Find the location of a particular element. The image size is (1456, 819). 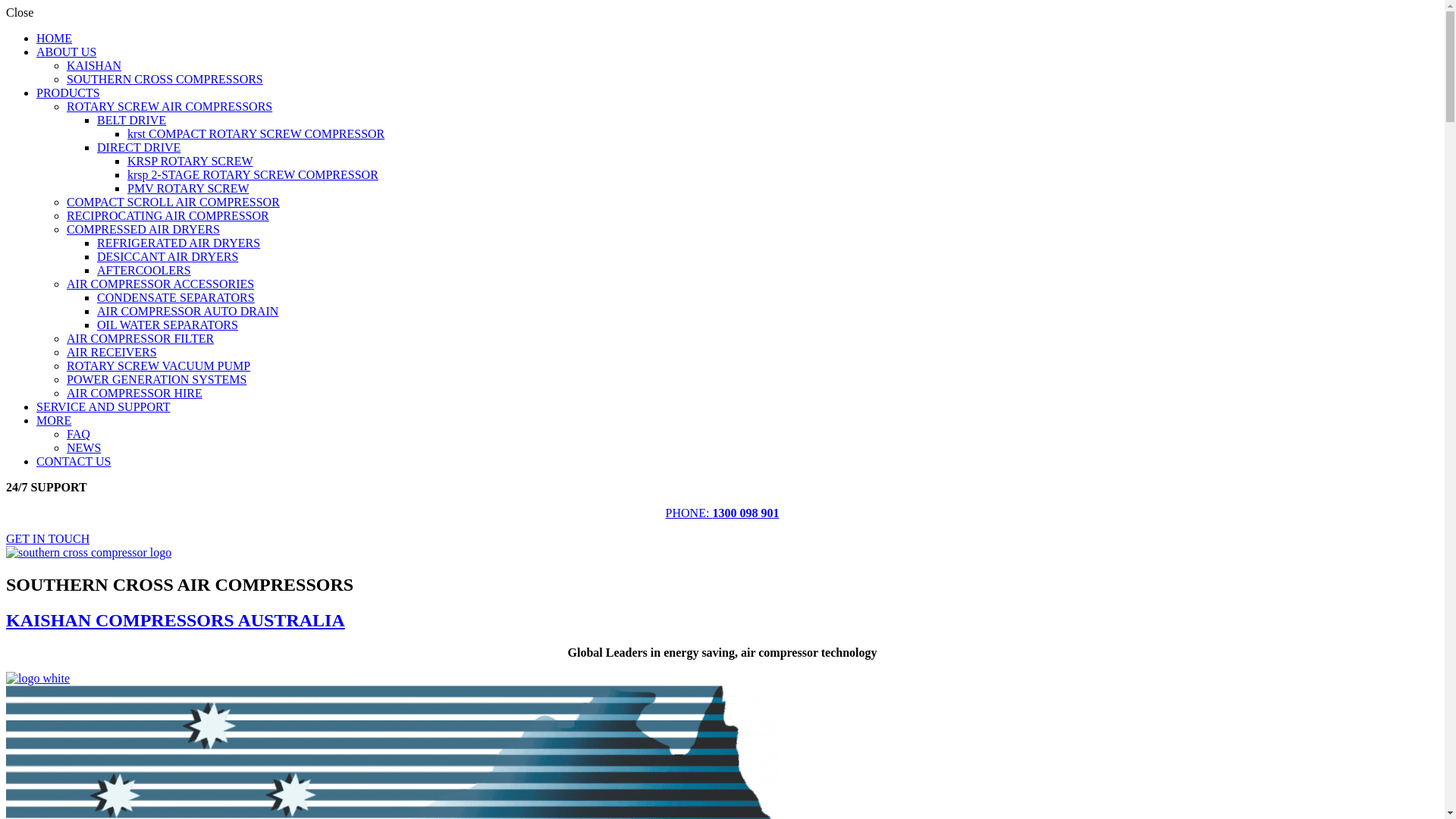

'FAQ' is located at coordinates (77, 434).